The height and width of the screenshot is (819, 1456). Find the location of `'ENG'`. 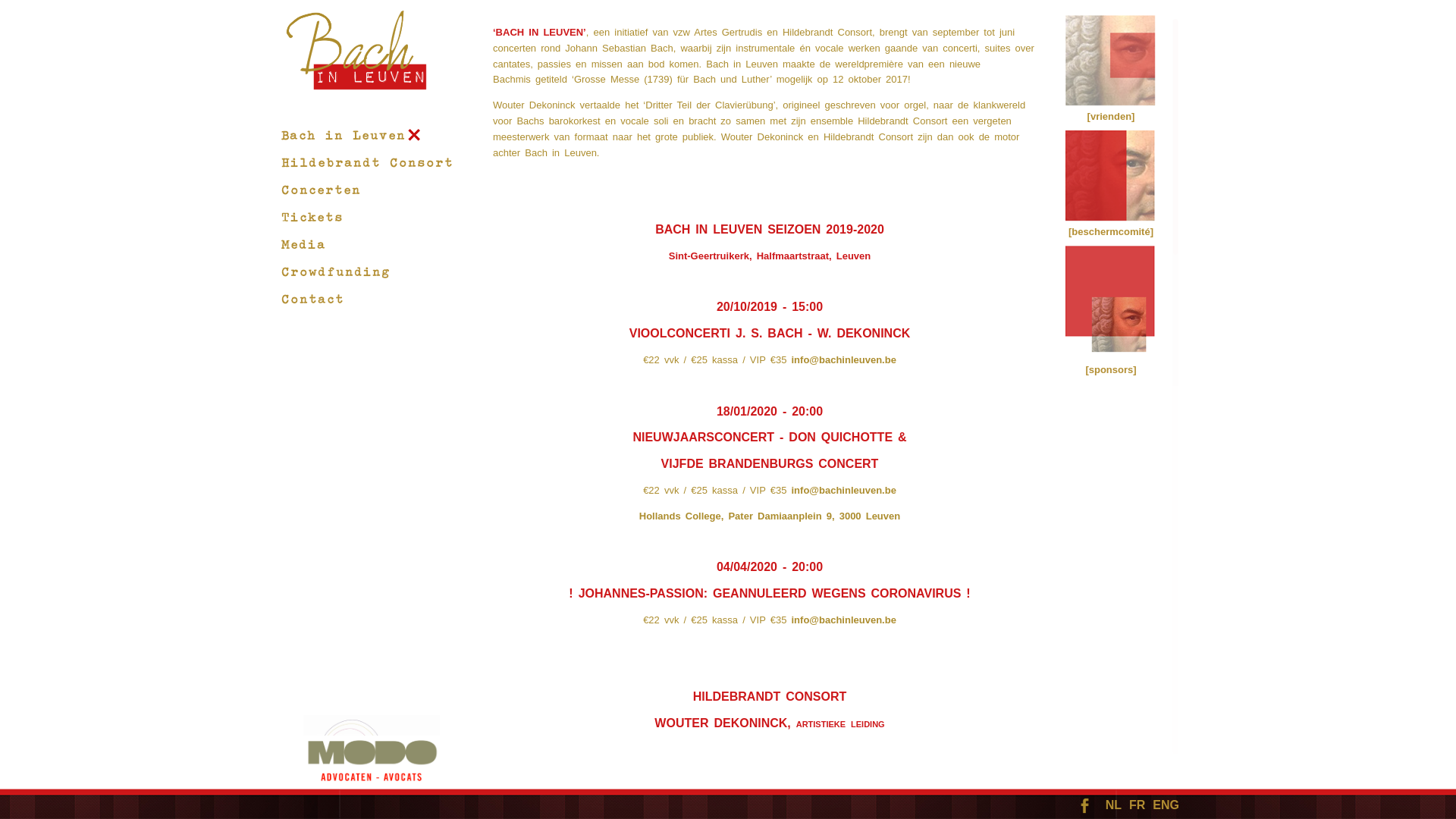

'ENG' is located at coordinates (1161, 804).